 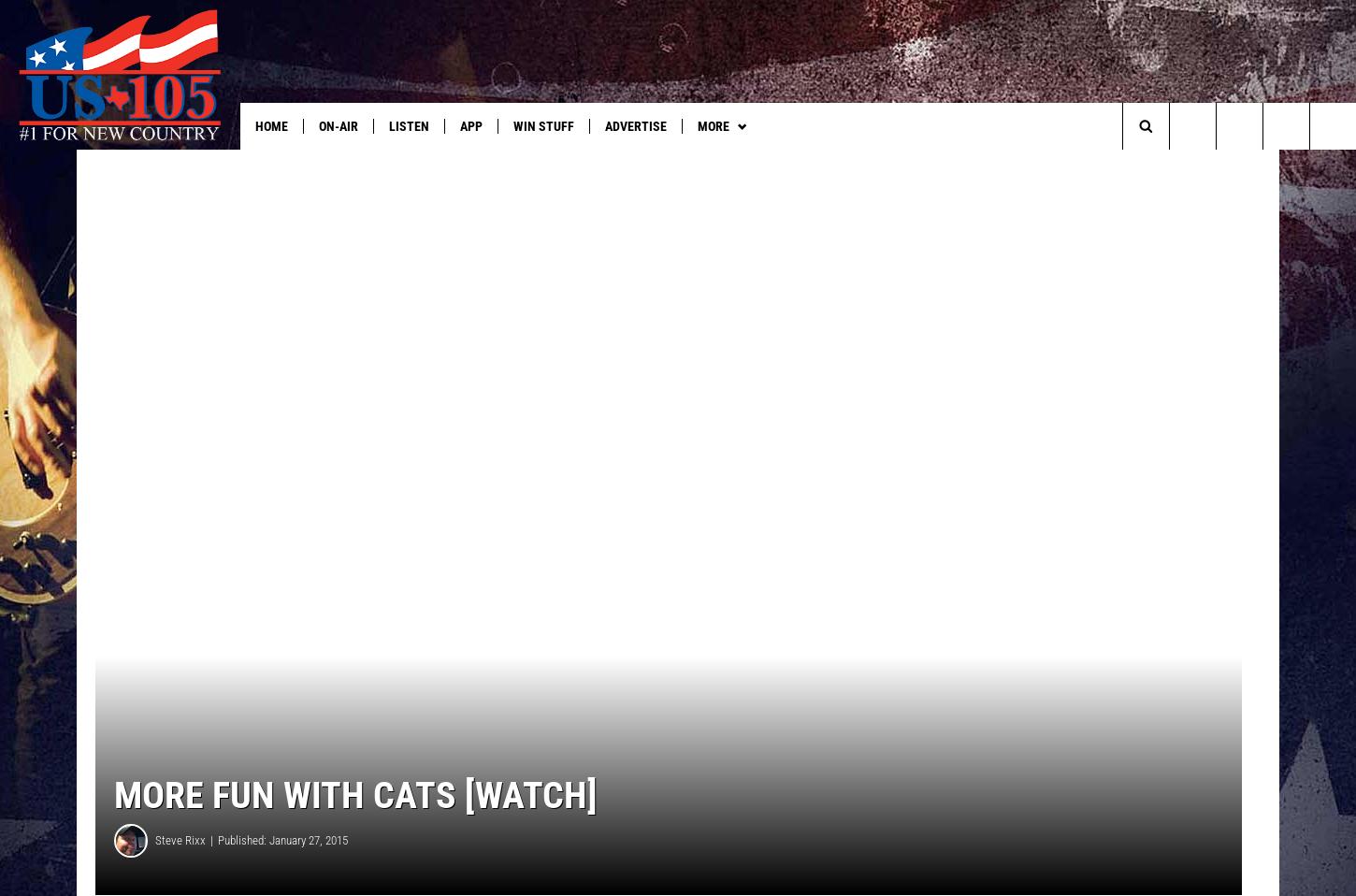 What do you see at coordinates (318, 125) in the screenshot?
I see `'On-Air'` at bounding box center [318, 125].